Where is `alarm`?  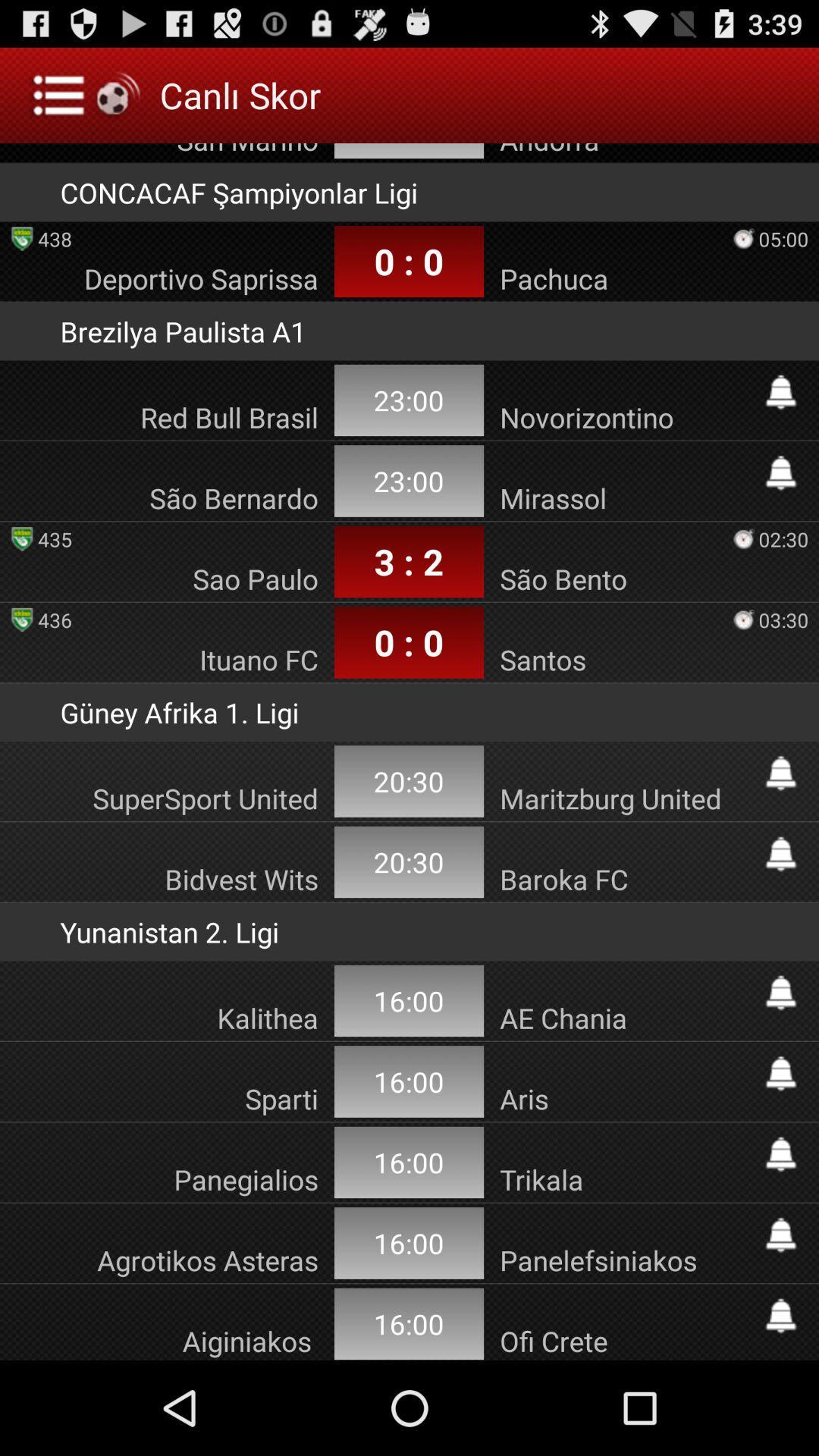 alarm is located at coordinates (780, 1315).